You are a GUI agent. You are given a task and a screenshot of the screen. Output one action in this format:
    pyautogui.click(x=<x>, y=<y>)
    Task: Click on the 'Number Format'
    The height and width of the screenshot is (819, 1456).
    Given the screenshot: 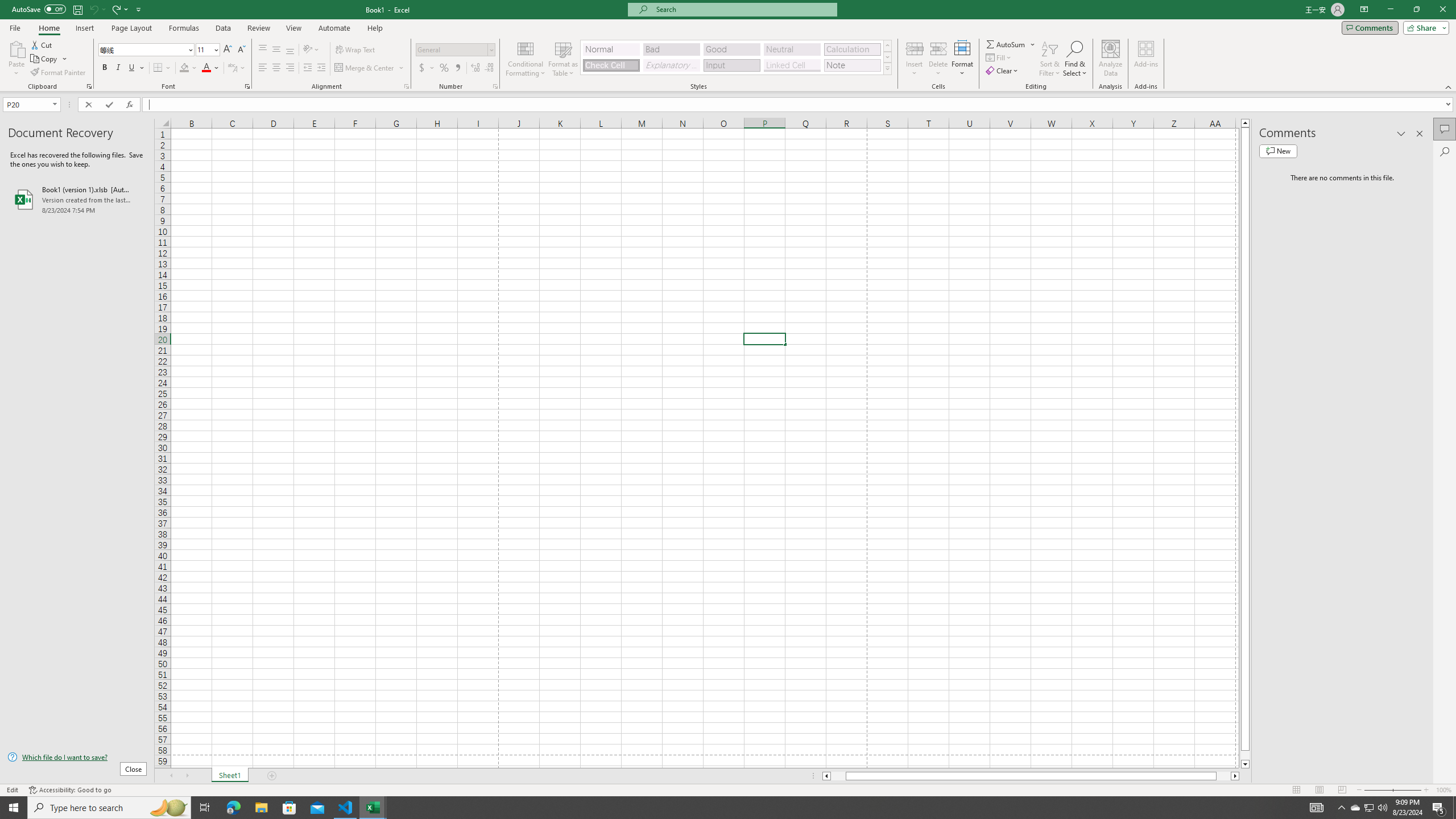 What is the action you would take?
    pyautogui.click(x=455, y=49)
    